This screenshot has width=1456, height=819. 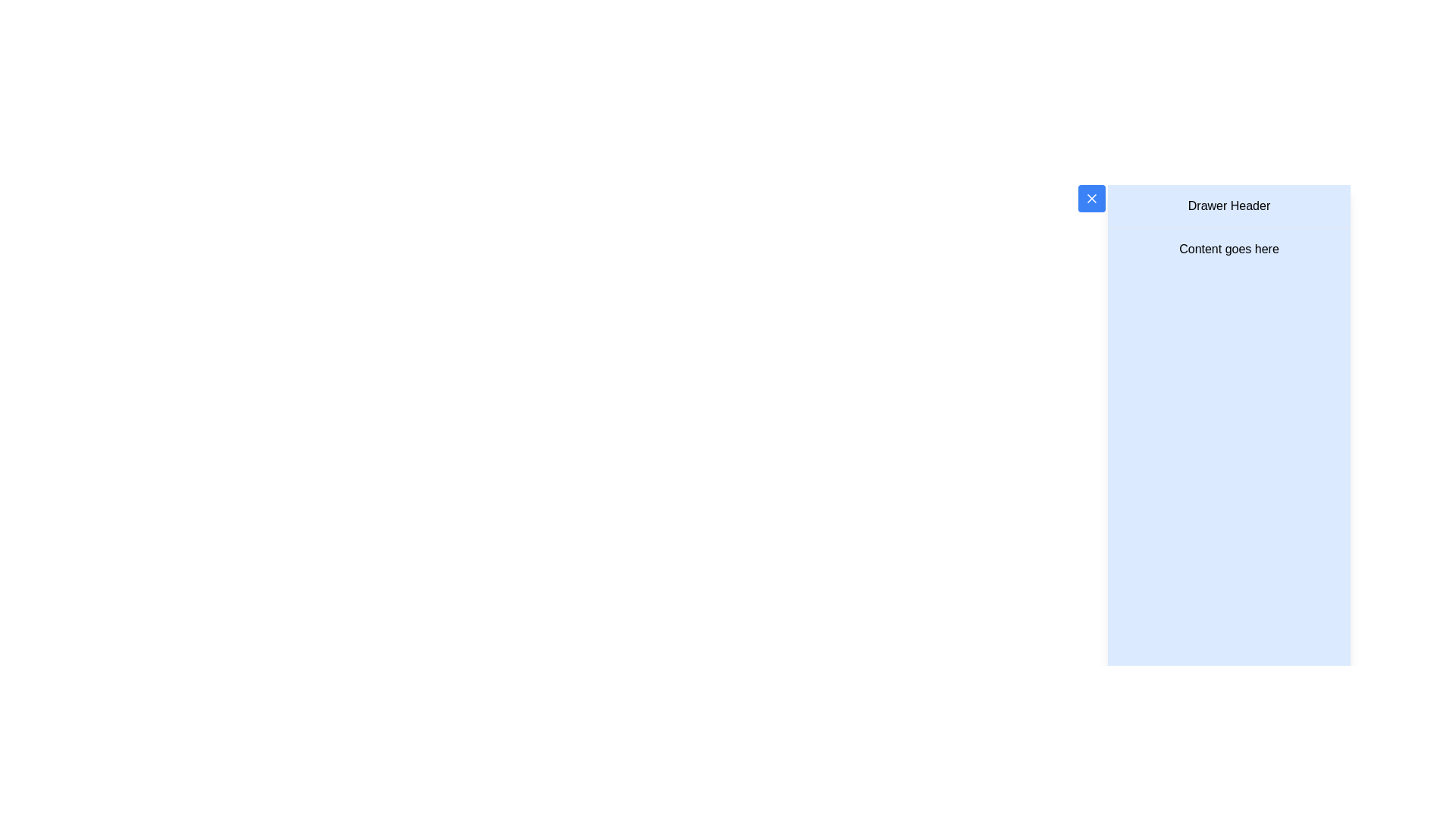 What do you see at coordinates (1090, 198) in the screenshot?
I see `the close button icon, which is a blue button with a white 'X' symbol, located at the top-left corner of the sidebar header` at bounding box center [1090, 198].